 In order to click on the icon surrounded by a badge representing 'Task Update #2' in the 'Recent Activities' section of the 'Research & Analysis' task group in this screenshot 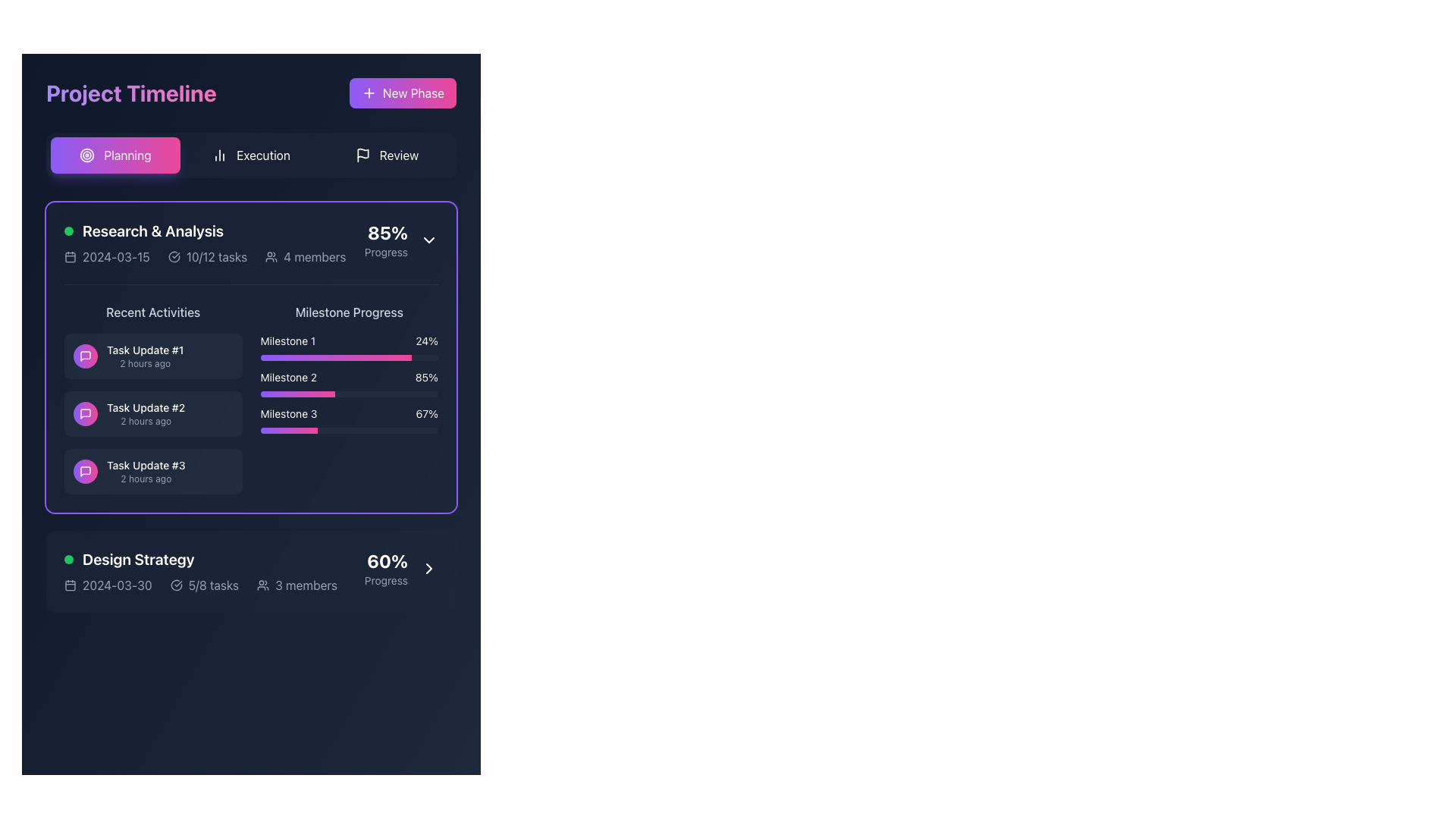, I will do `click(85, 414)`.